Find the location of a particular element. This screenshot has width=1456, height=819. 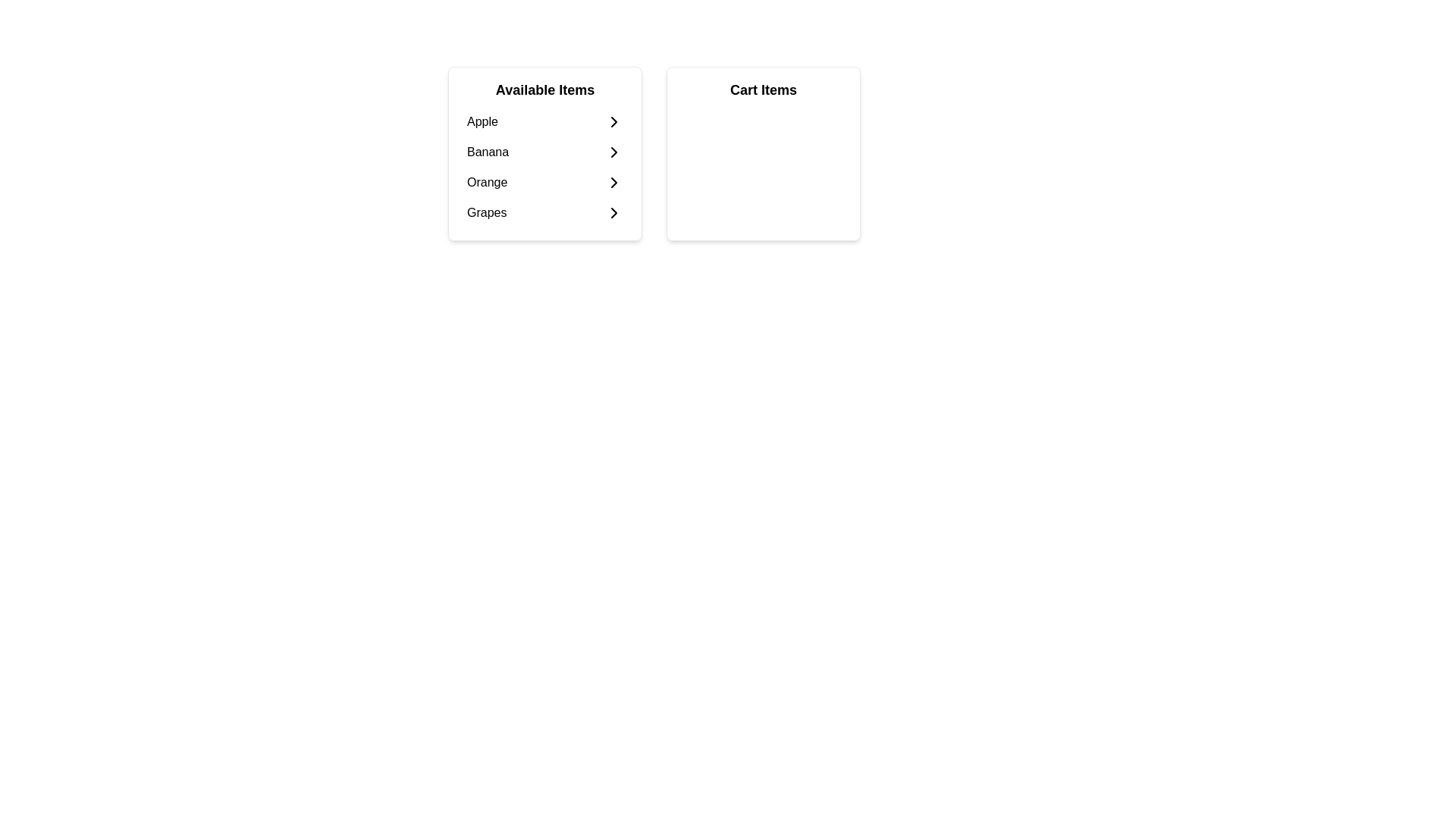

the right-facing arrow icon at the far-right of the 'Orange' item in the 'Available Items' menu is located at coordinates (614, 181).